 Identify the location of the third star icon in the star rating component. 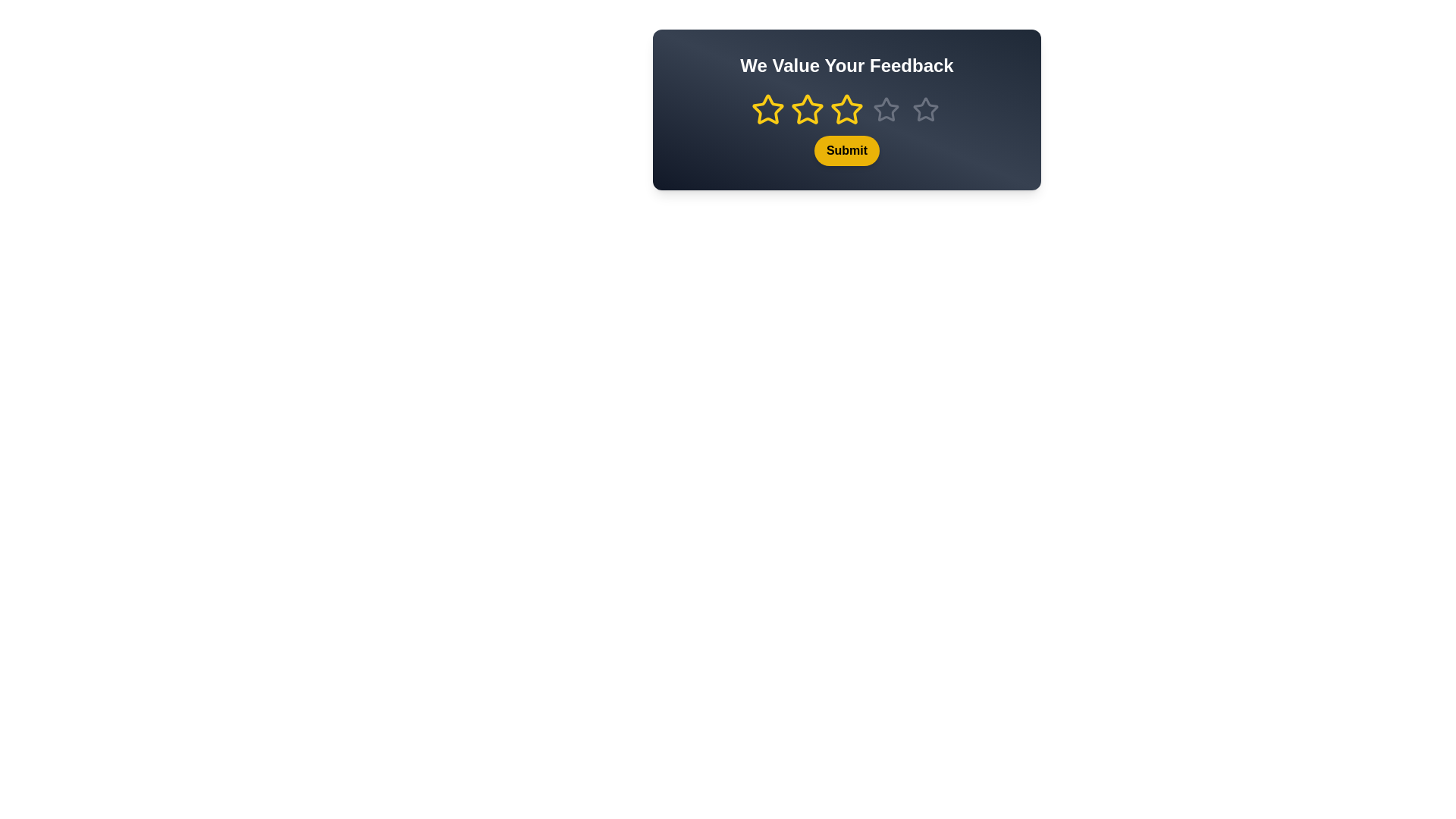
(846, 109).